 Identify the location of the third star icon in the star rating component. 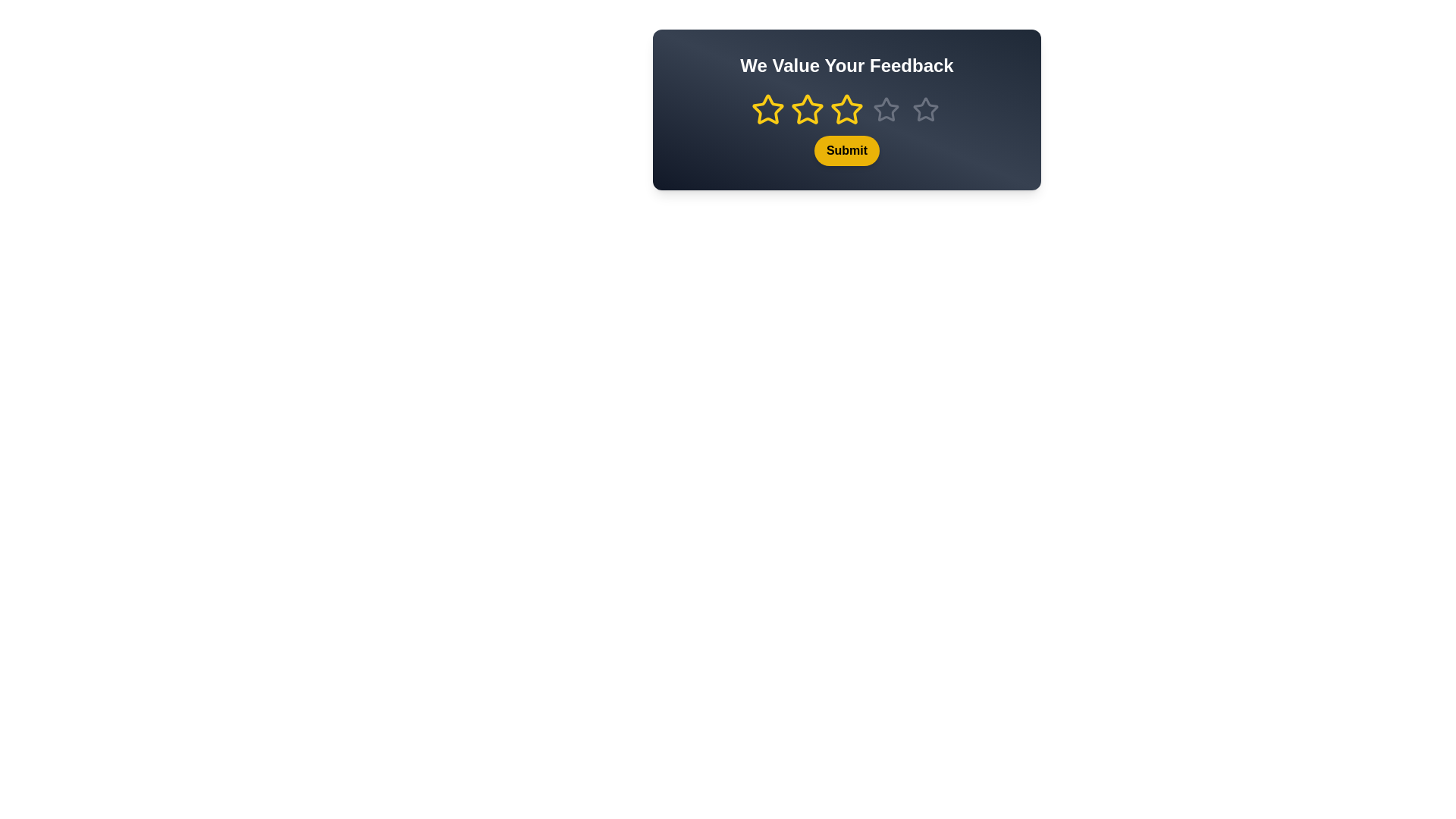
(846, 109).